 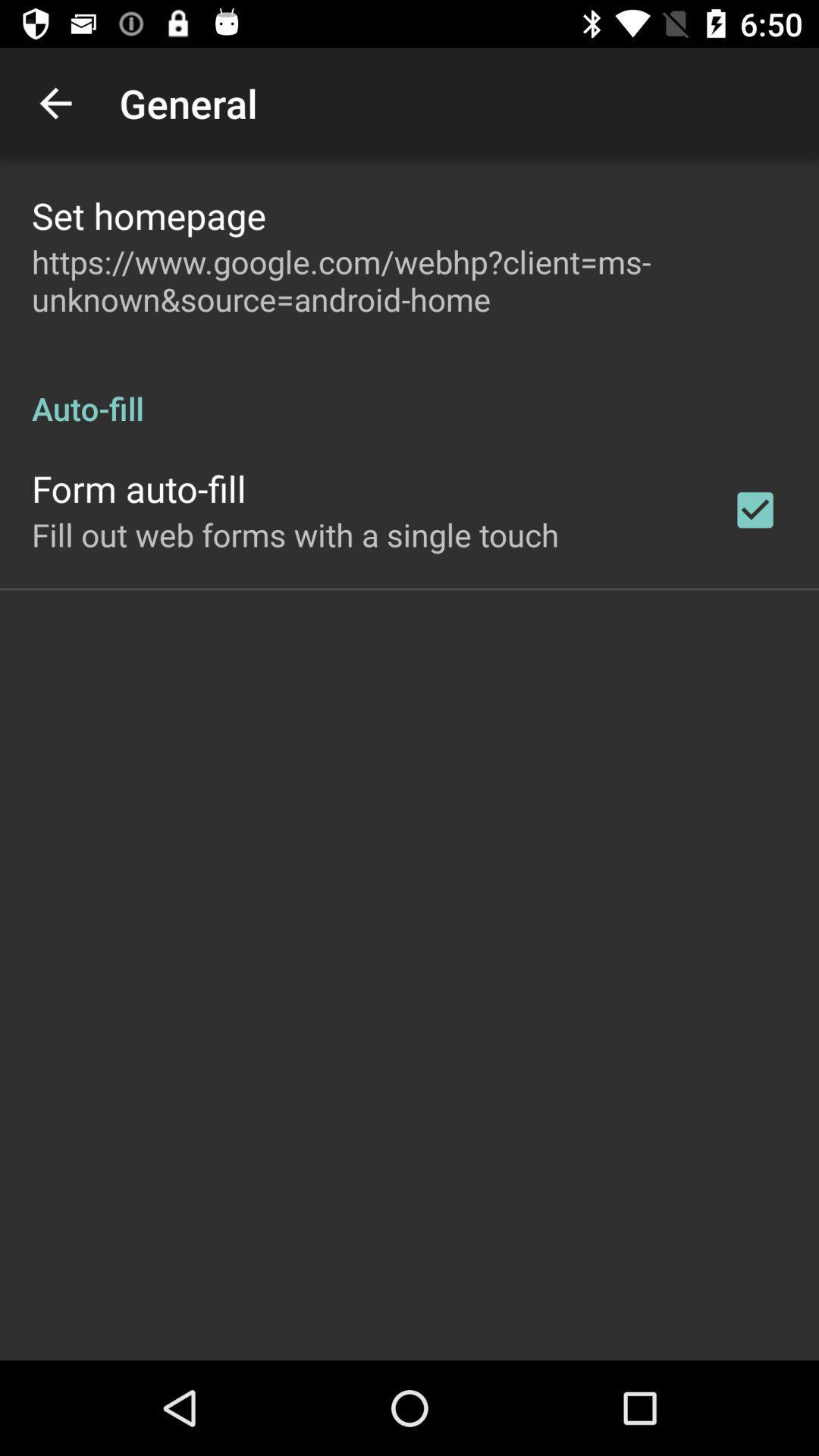 What do you see at coordinates (755, 510) in the screenshot?
I see `the icon on the right` at bounding box center [755, 510].